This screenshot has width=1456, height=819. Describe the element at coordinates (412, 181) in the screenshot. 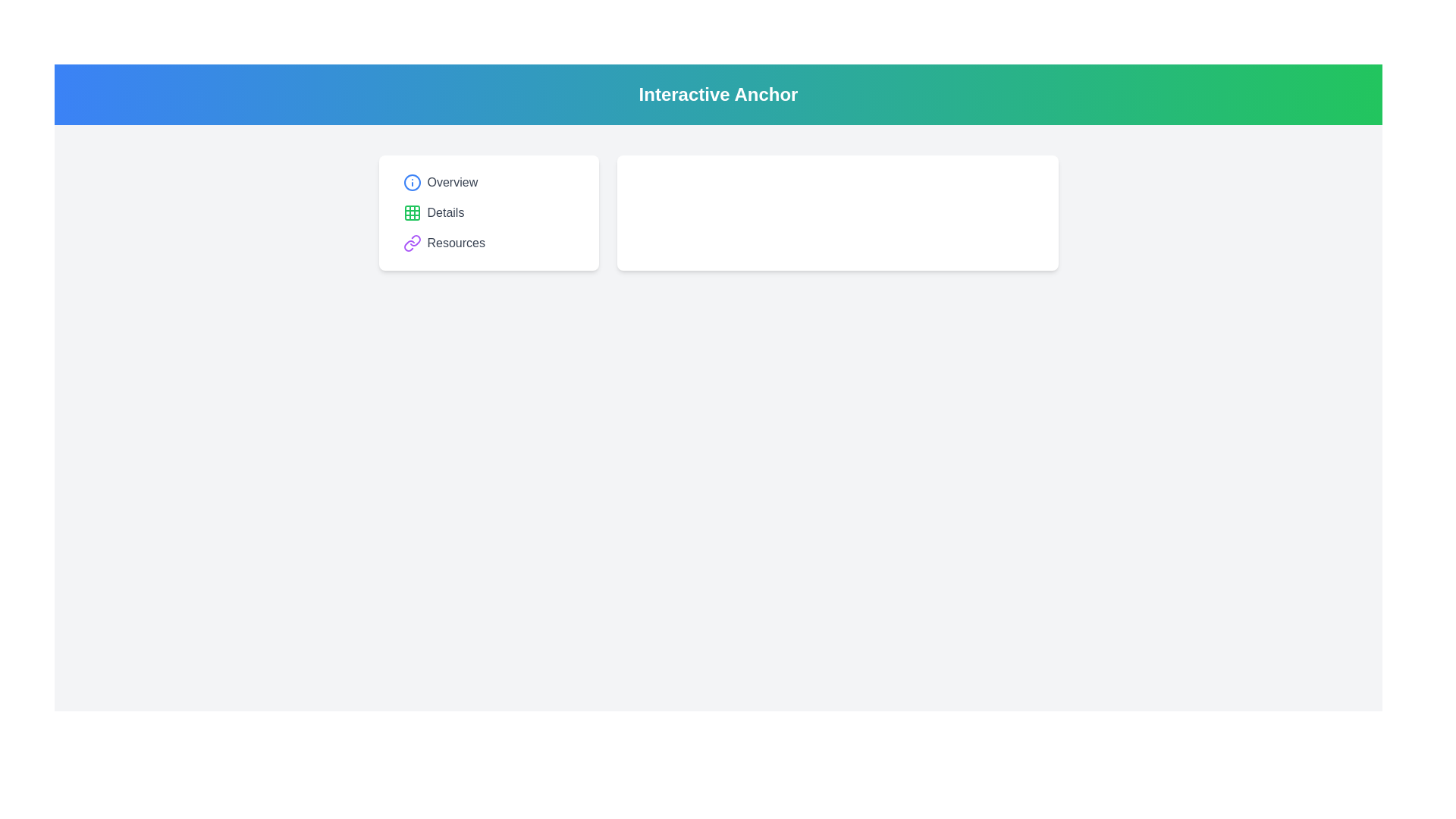

I see `the information indicator icon associated with the 'Overview' item in the leftmost list of a vertical card containing 'Overview', 'Details', and 'Resources'` at that location.